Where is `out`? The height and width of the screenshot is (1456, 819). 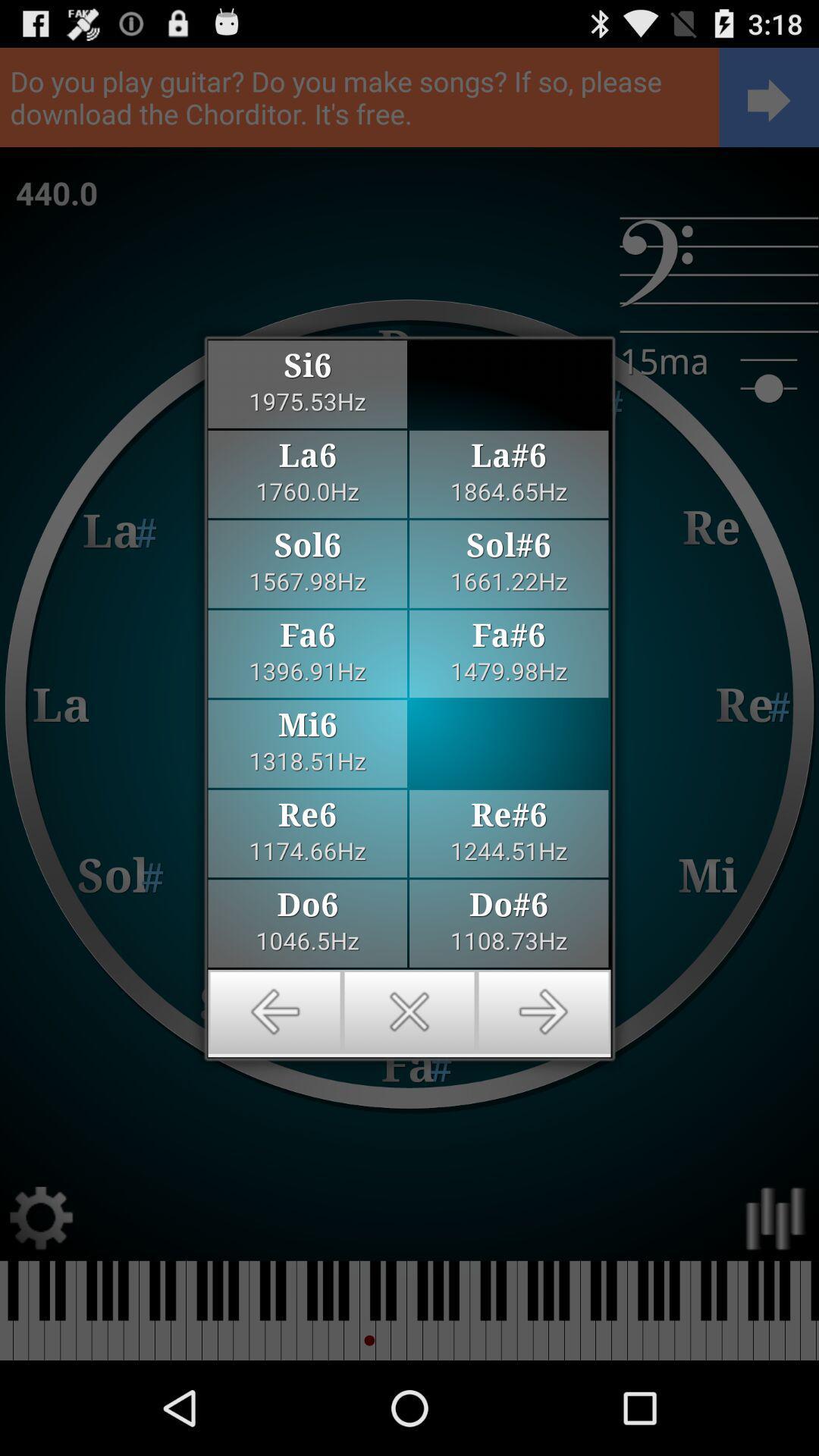
out is located at coordinates (409, 1012).